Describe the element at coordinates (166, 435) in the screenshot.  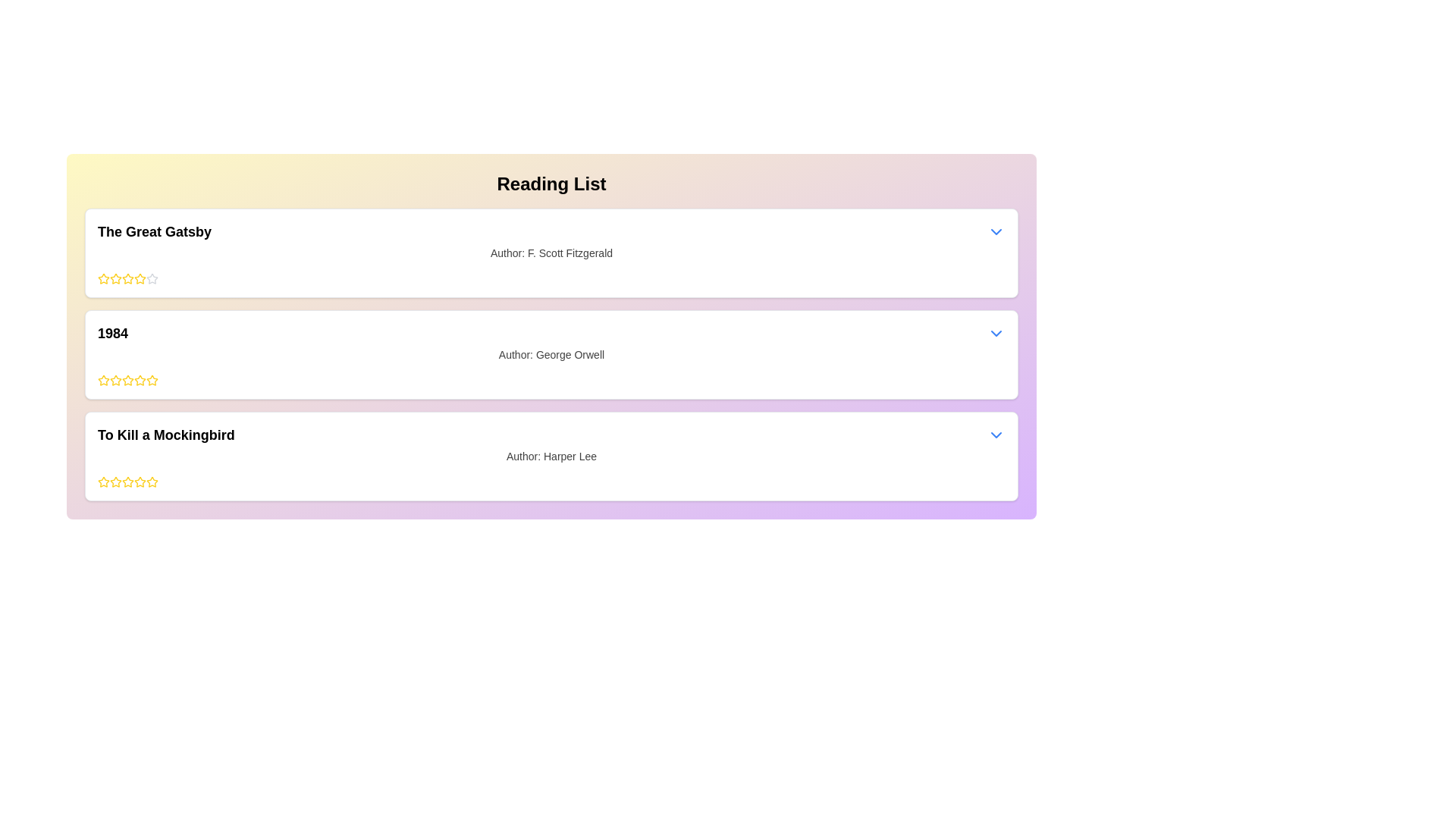
I see `the text label that serves as a heading or title for the corresponding book entry in the third section of the reading list, located on the left side before the author's name and dropdown arrow` at that location.